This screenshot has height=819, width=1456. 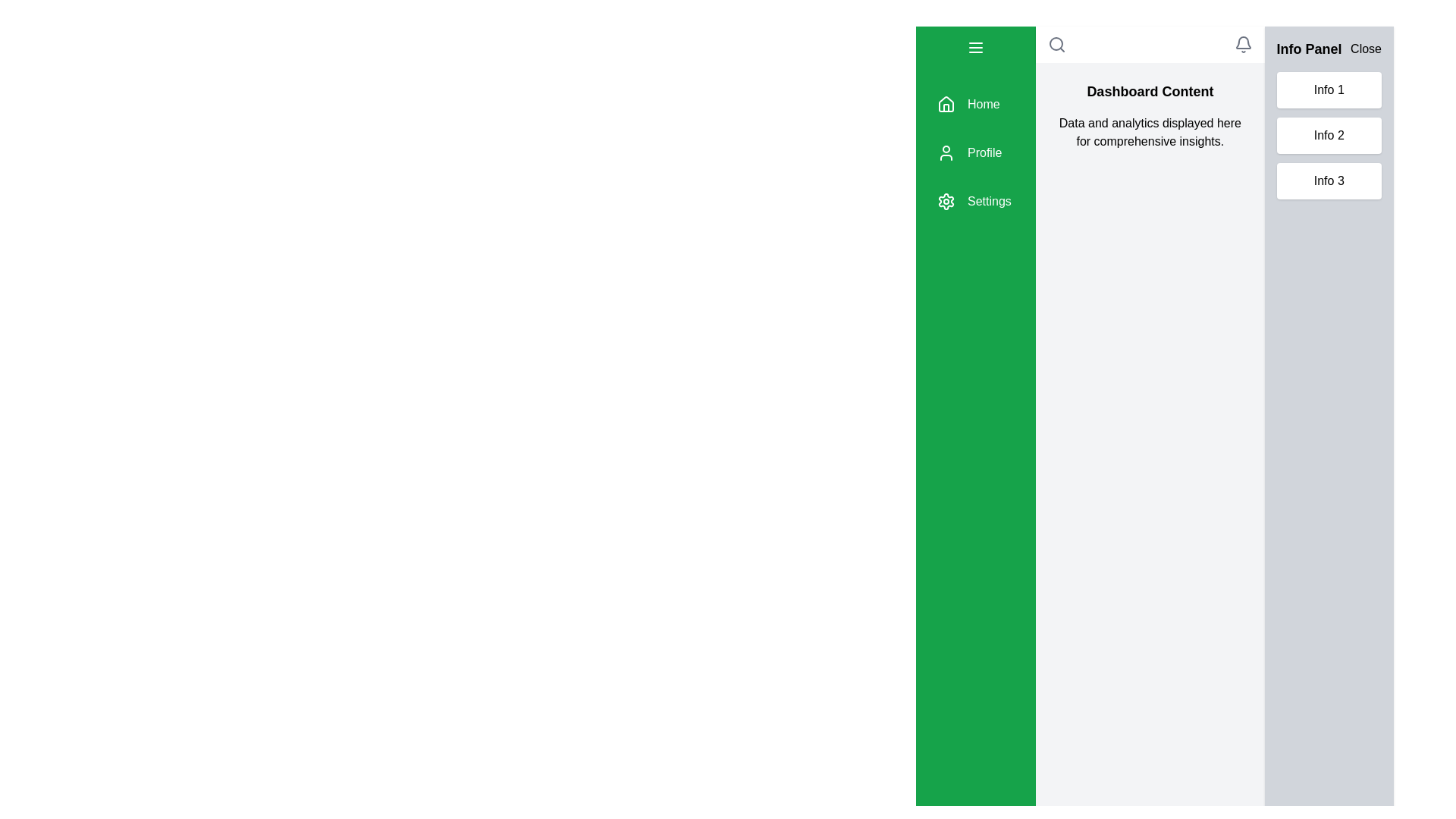 What do you see at coordinates (1056, 43) in the screenshot?
I see `the vector graphic icon of a magnifying glass located at the top-right of the main content area` at bounding box center [1056, 43].